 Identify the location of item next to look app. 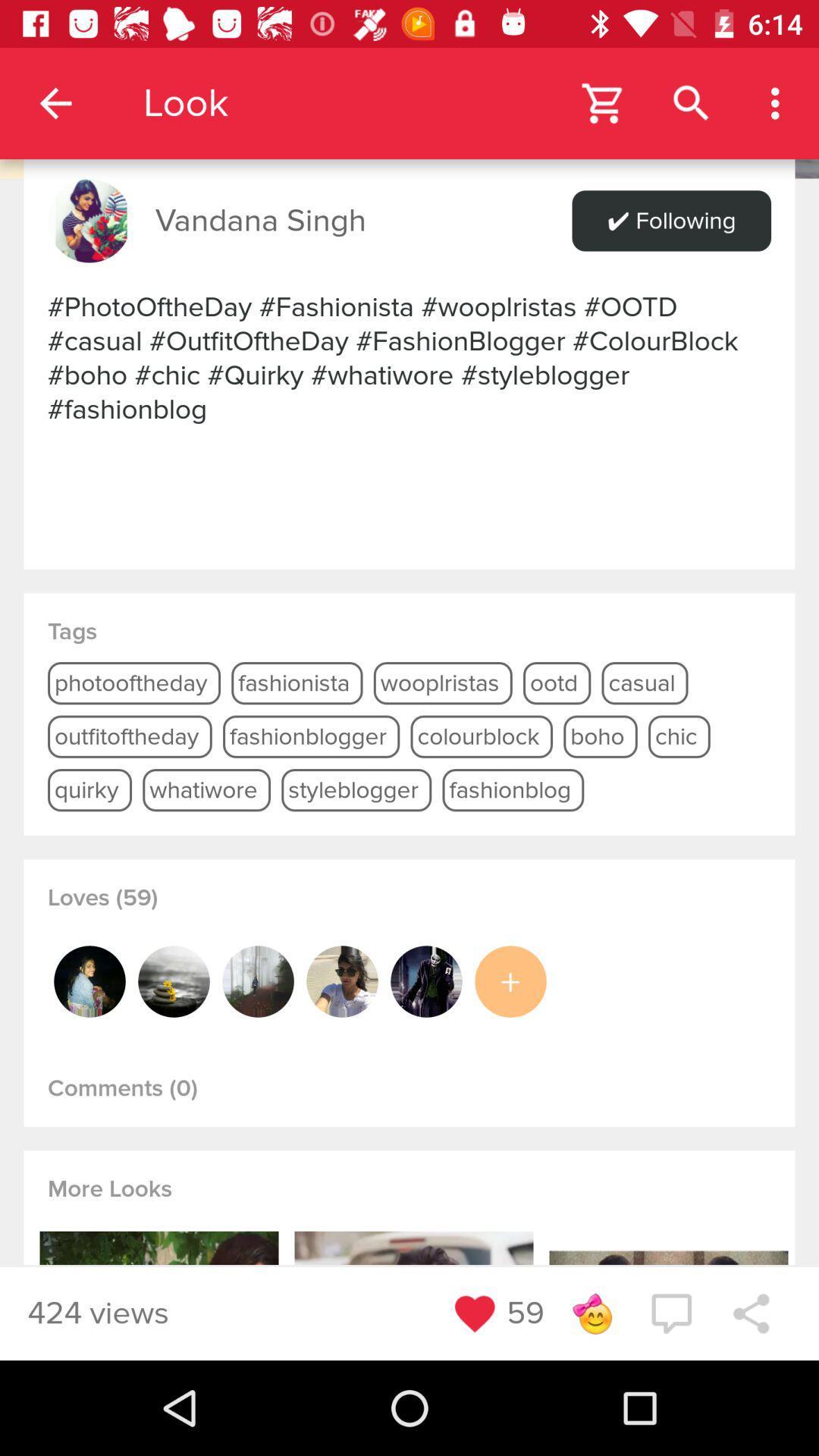
(55, 102).